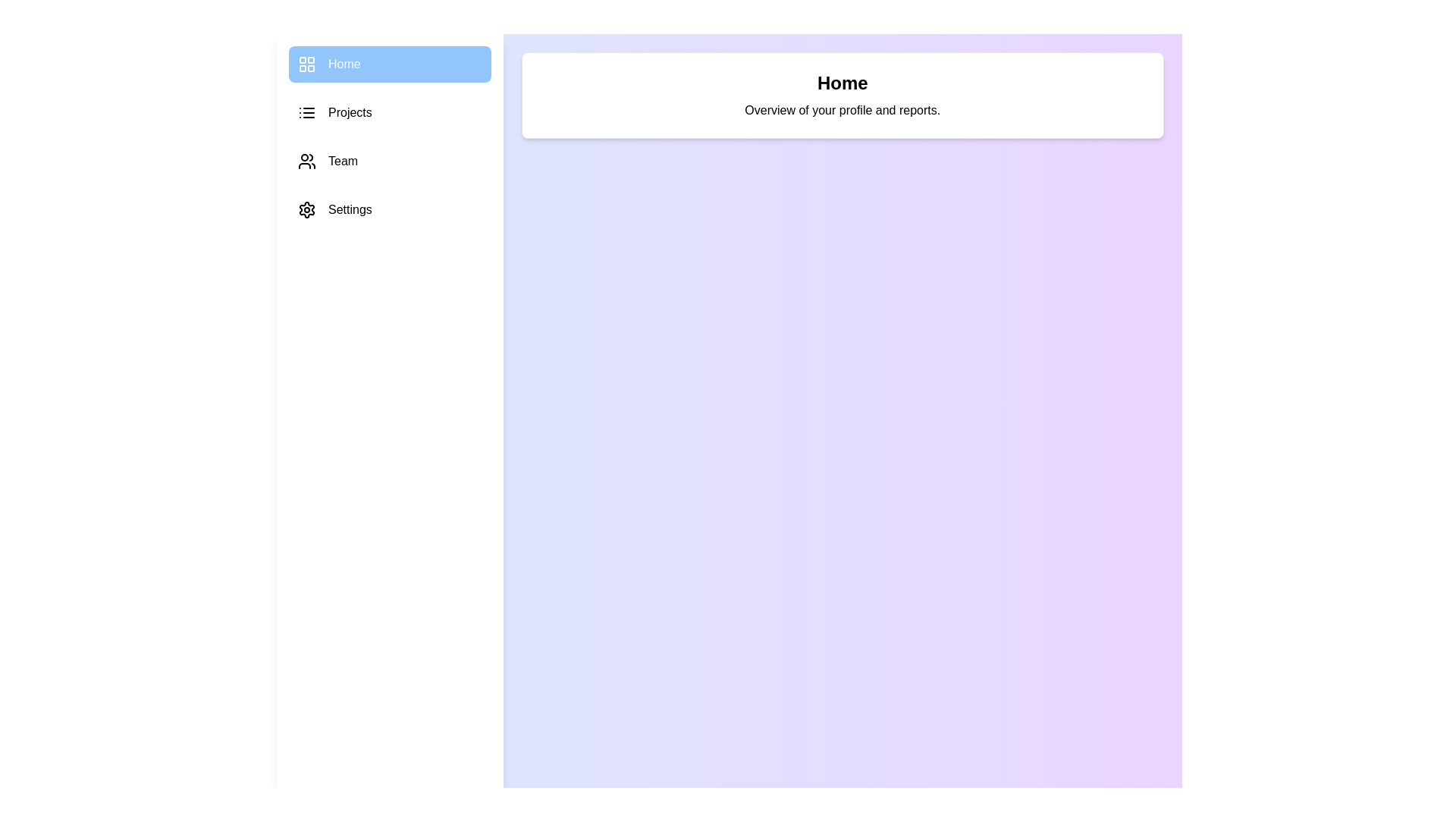 The height and width of the screenshot is (819, 1456). Describe the element at coordinates (390, 210) in the screenshot. I see `the section Settings from the sidebar menu` at that location.